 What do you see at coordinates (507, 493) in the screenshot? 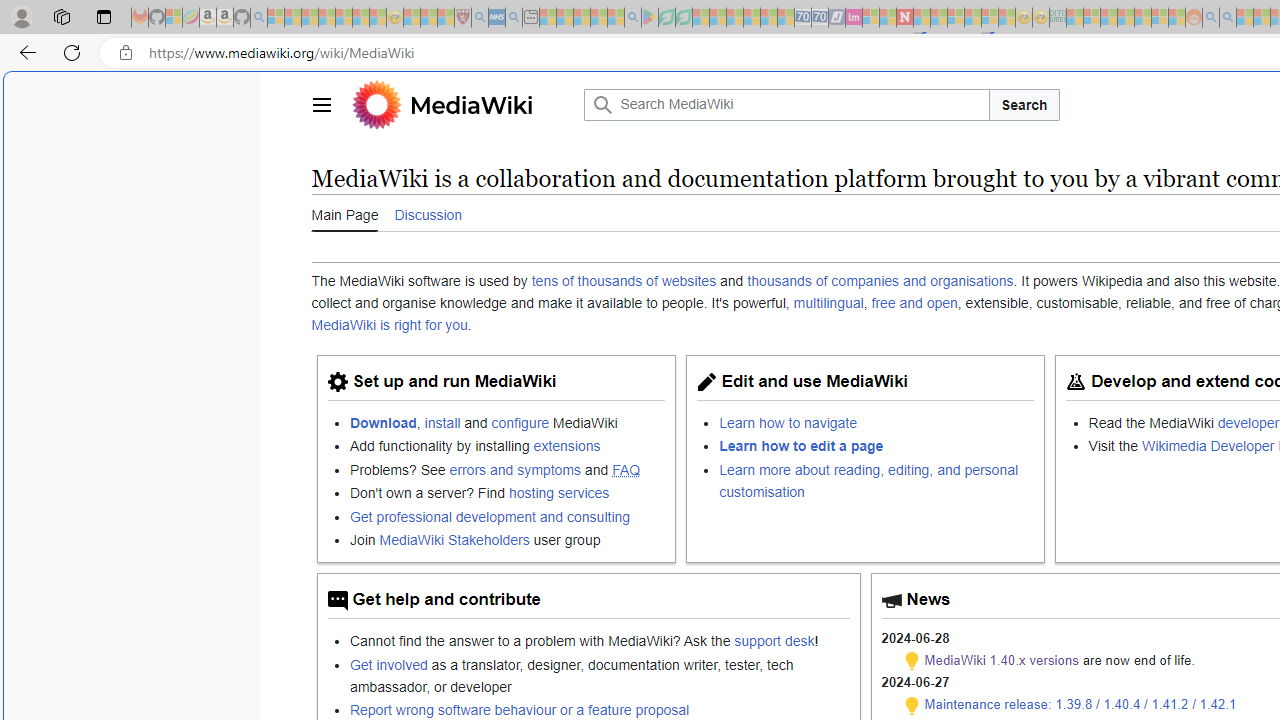
I see `'Don'` at bounding box center [507, 493].